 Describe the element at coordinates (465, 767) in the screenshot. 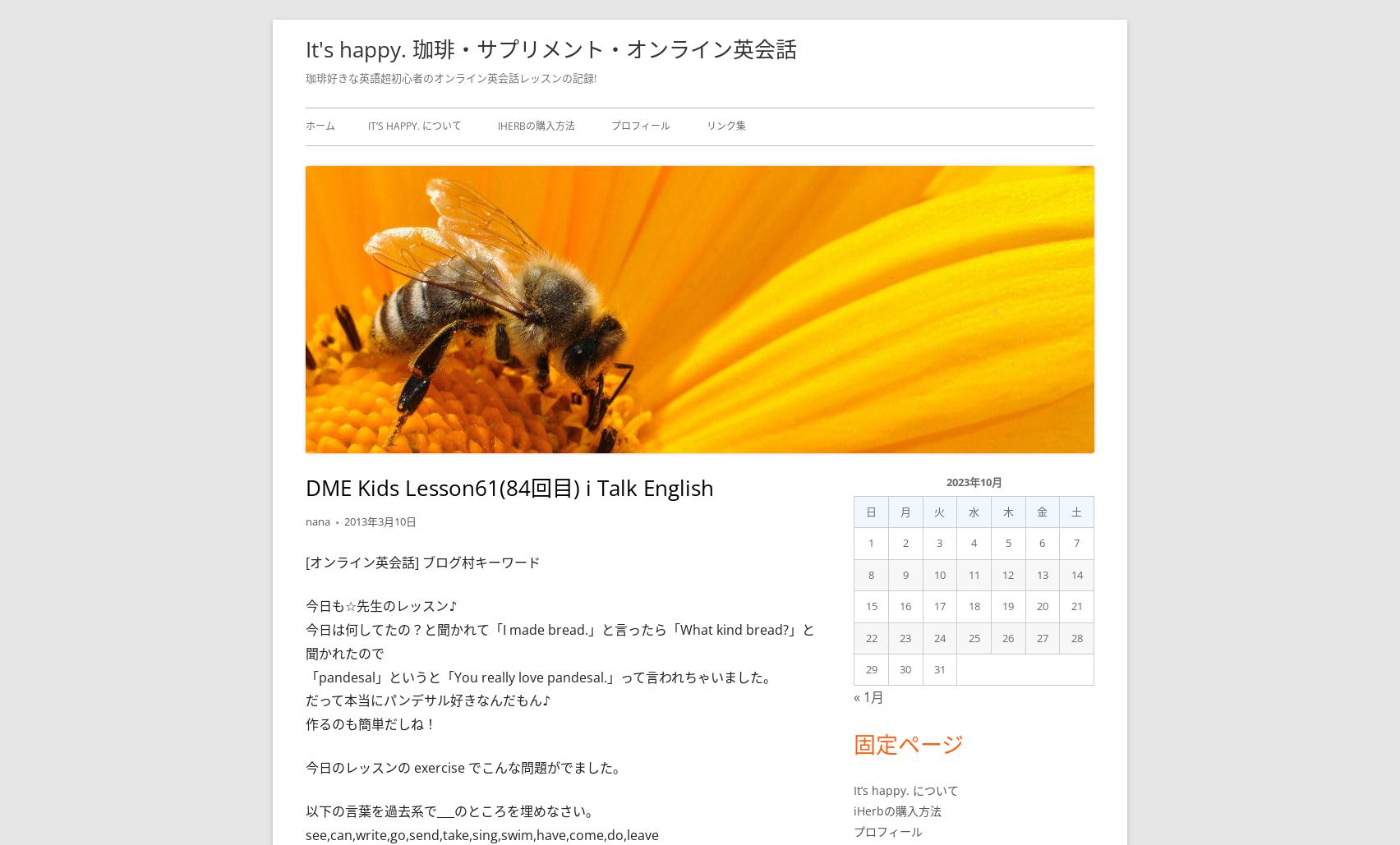

I see `'今日のレッスンの exercise でこんな問題がでました。'` at that location.